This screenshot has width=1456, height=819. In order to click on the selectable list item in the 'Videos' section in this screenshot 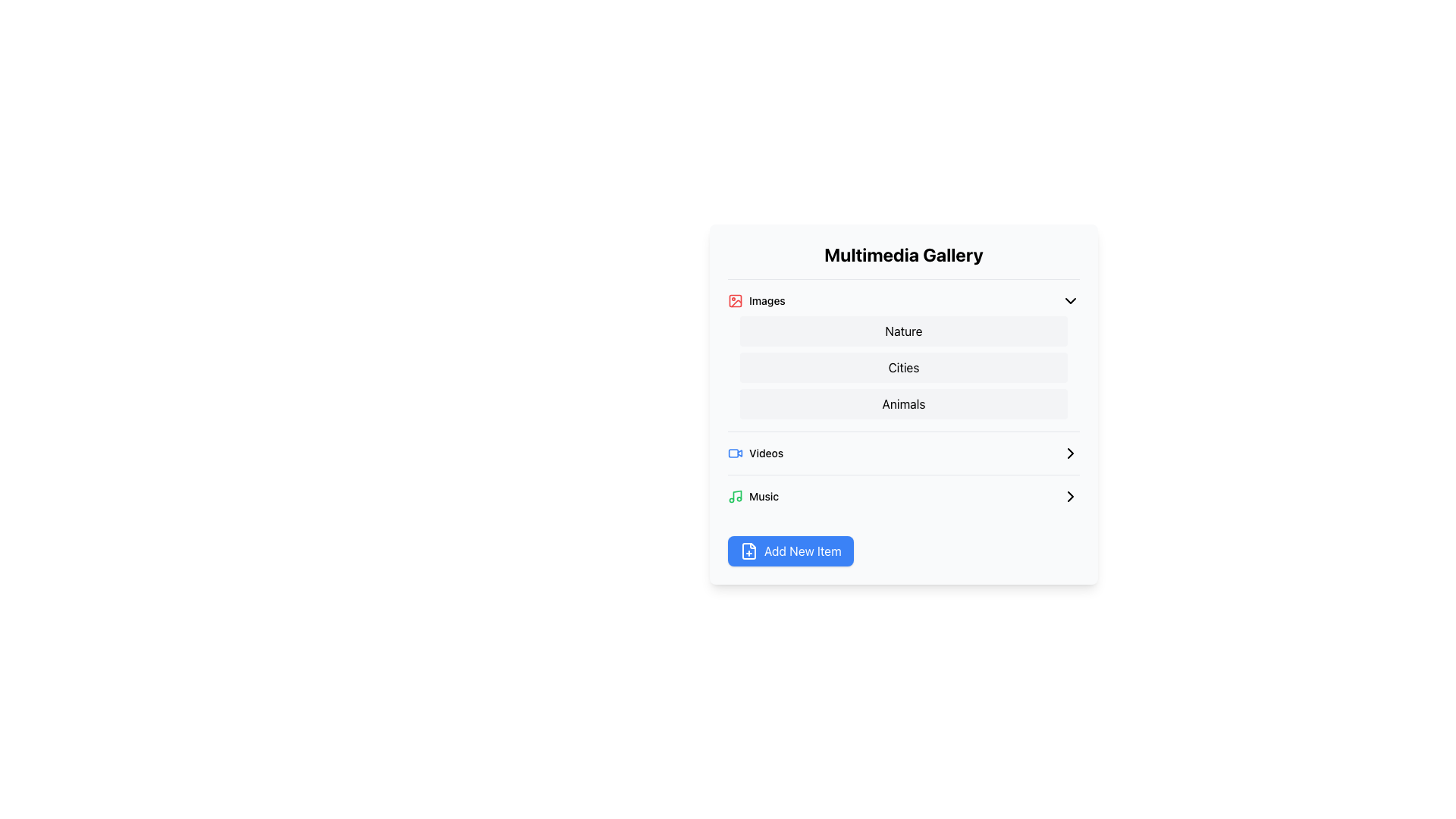, I will do `click(903, 497)`.